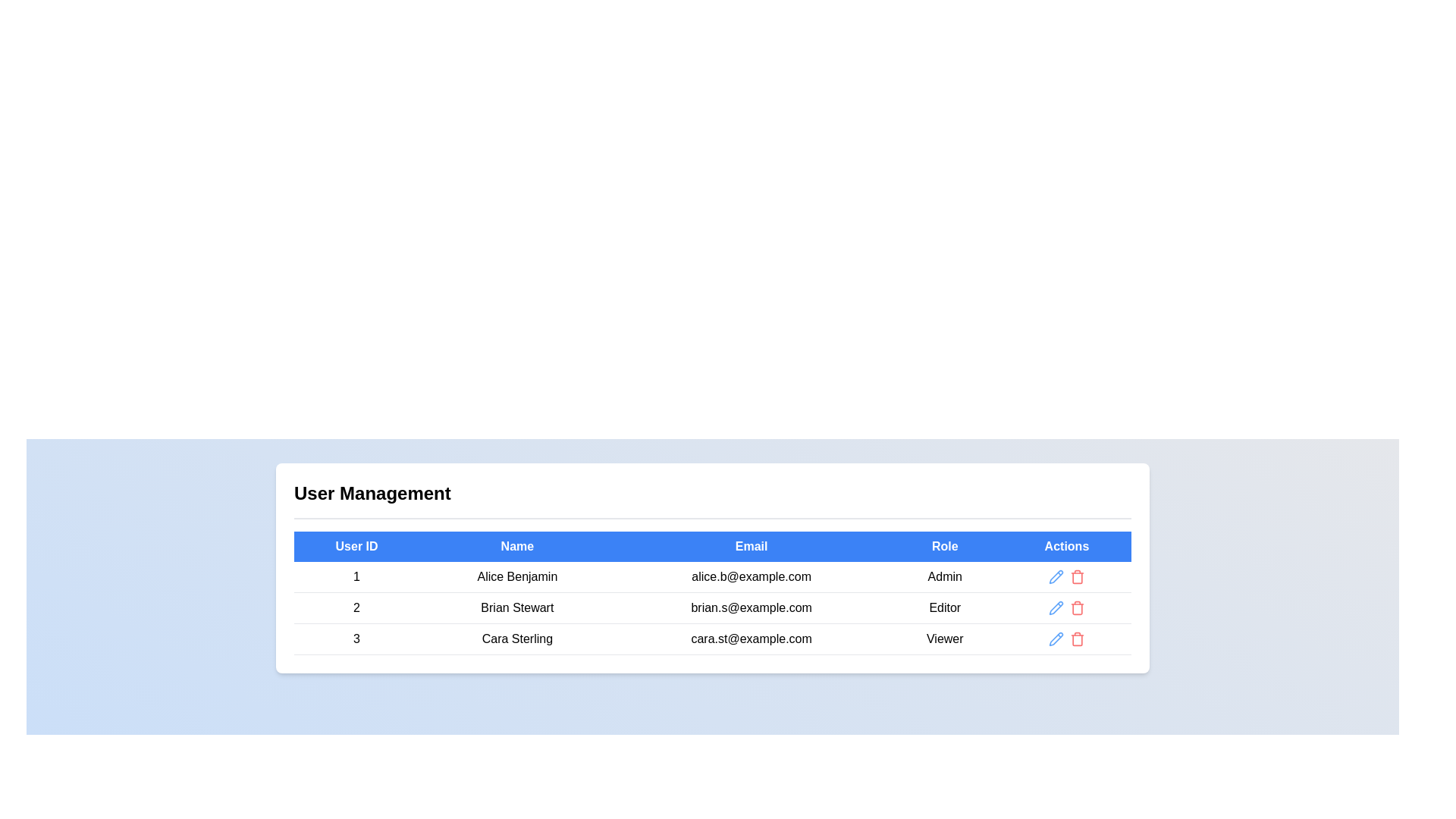  I want to click on the blue pencil icon button in the Actions column of the user management table for the user 'Brian Stewart' to potentially see a tooltip, so click(1055, 607).